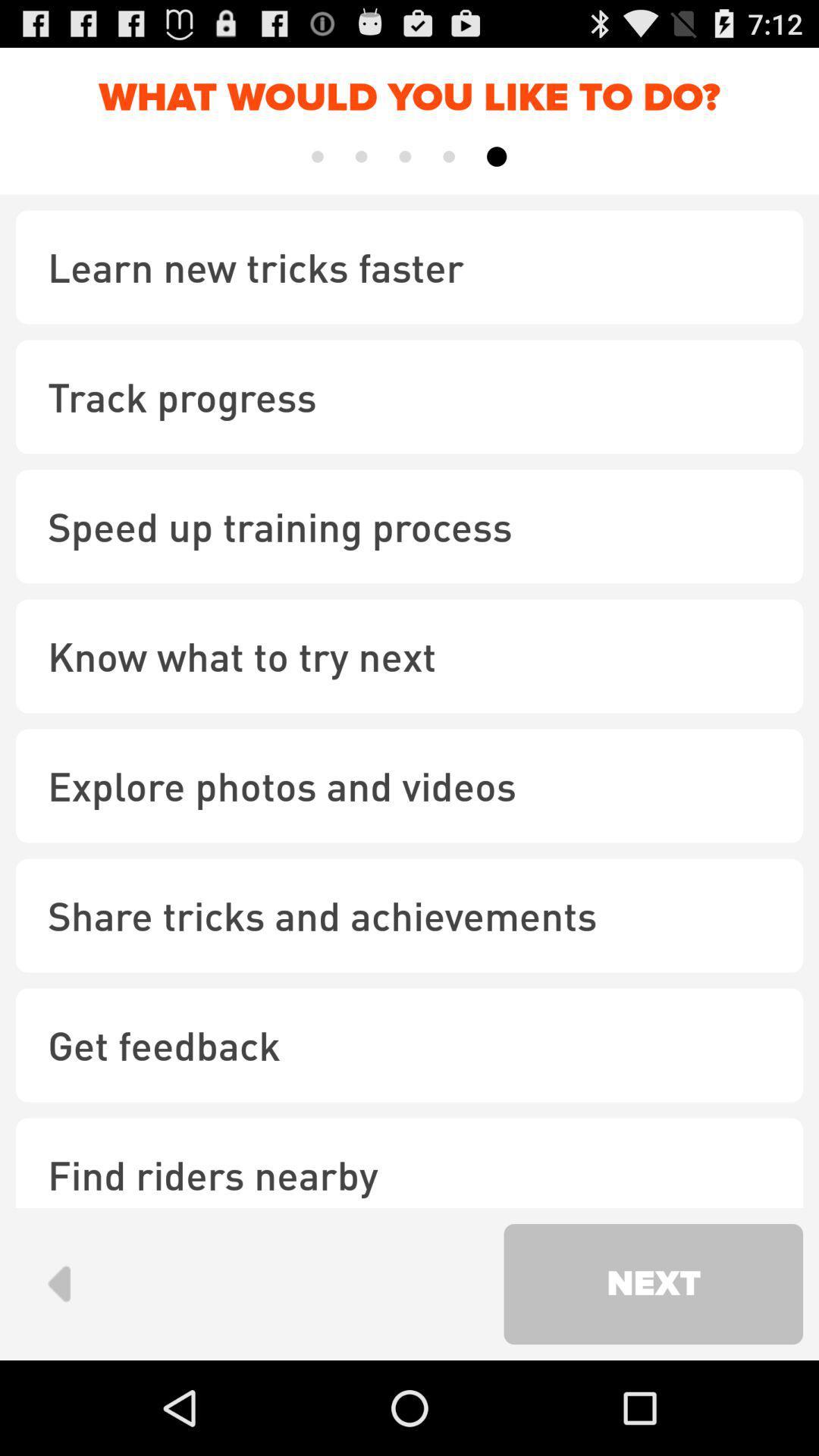 The height and width of the screenshot is (1456, 819). What do you see at coordinates (409, 1162) in the screenshot?
I see `icon above next icon` at bounding box center [409, 1162].